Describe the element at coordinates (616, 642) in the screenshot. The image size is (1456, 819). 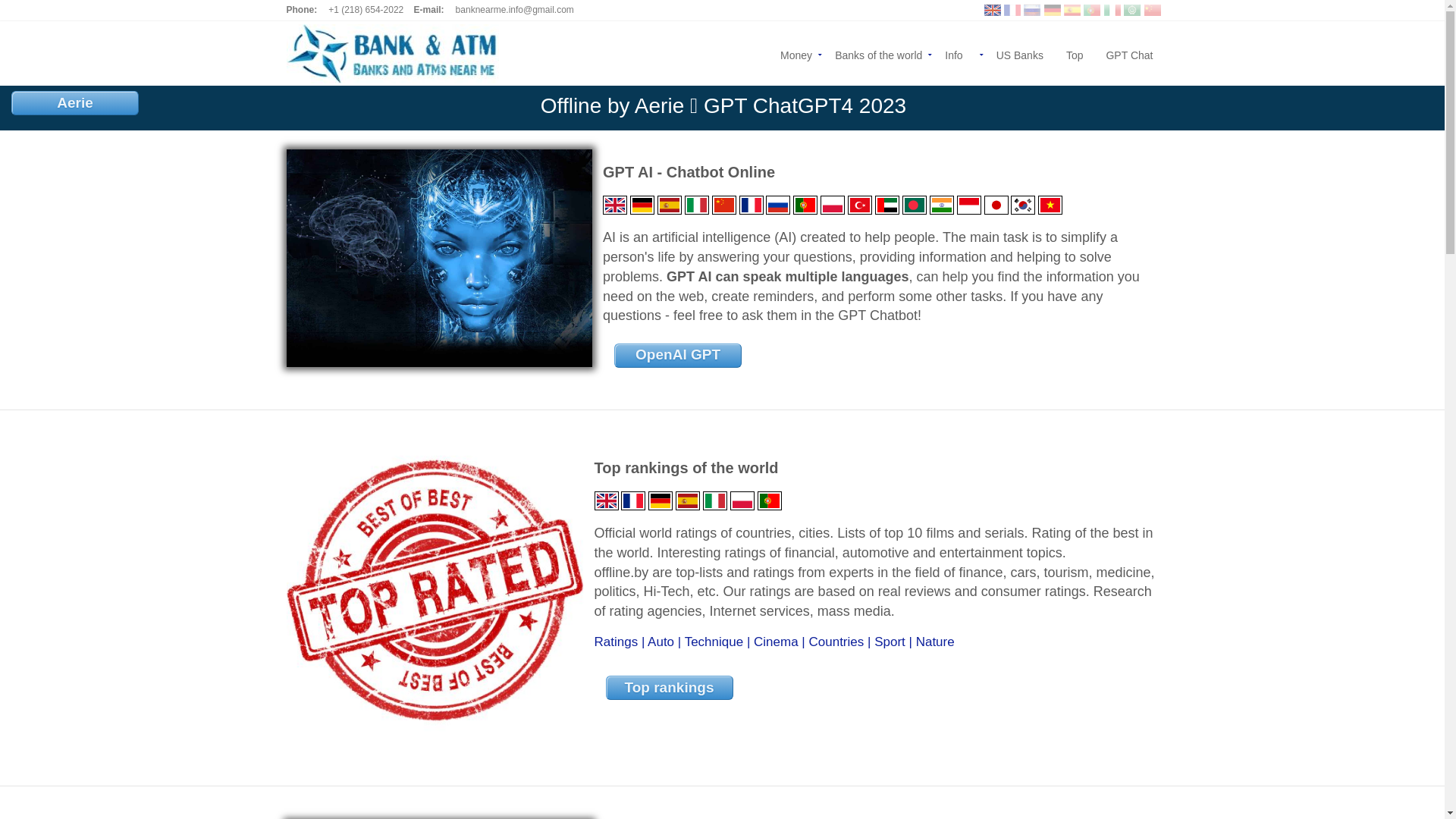
I see `'Ratings'` at that location.